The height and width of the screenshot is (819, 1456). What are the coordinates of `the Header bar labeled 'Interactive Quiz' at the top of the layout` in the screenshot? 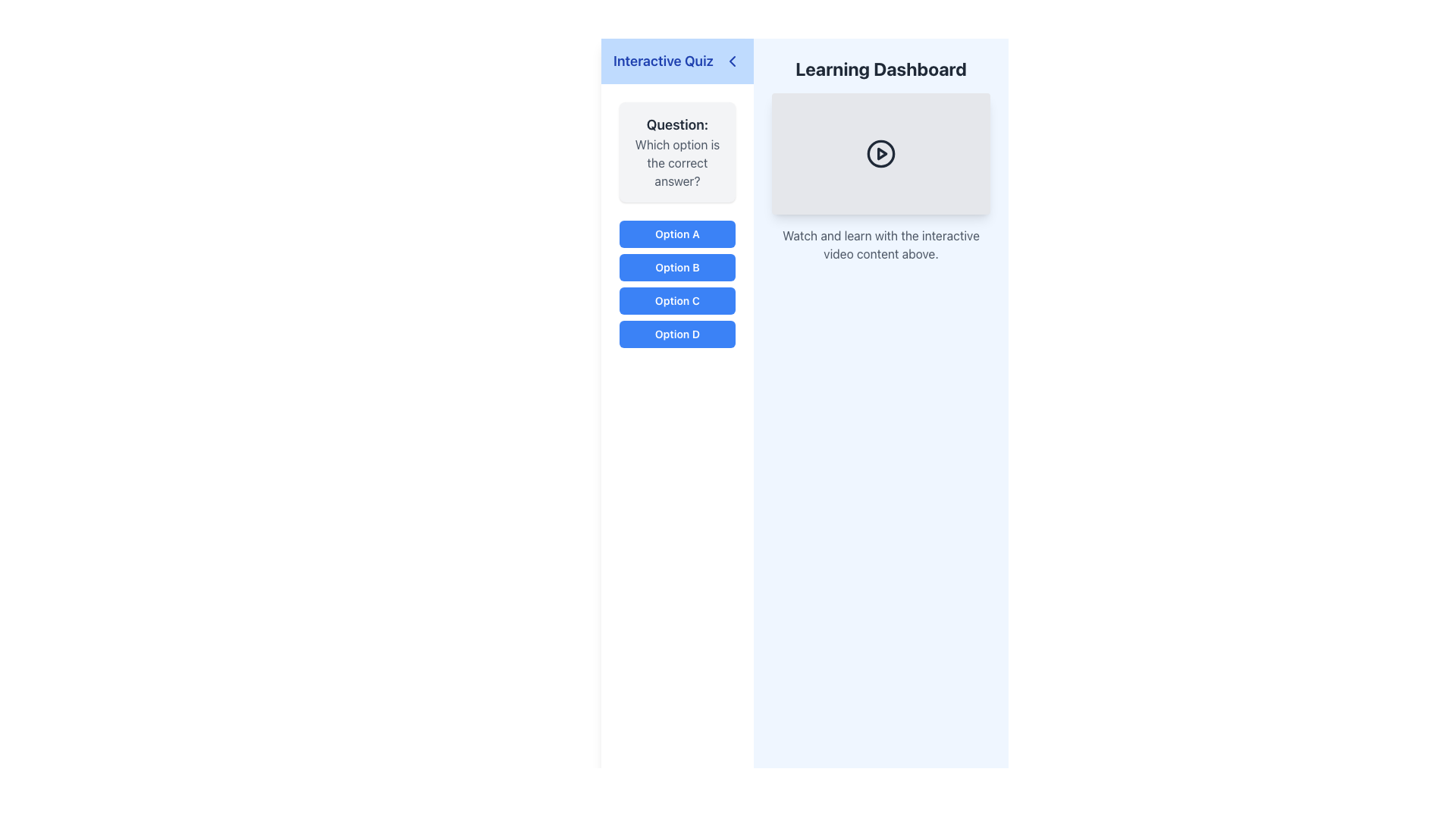 It's located at (676, 61).